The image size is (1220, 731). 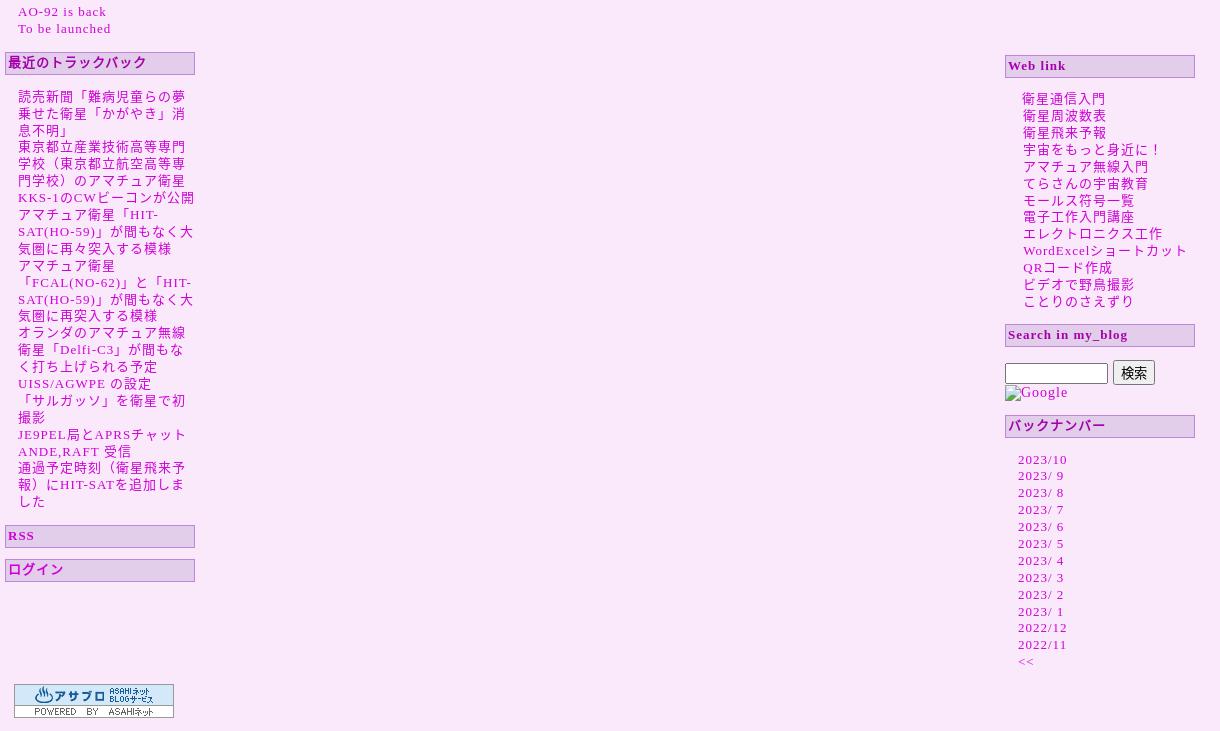 I want to click on '通過予定時刻（衛星飛来予報）にHIT-SATを追加しました', so click(x=100, y=484).